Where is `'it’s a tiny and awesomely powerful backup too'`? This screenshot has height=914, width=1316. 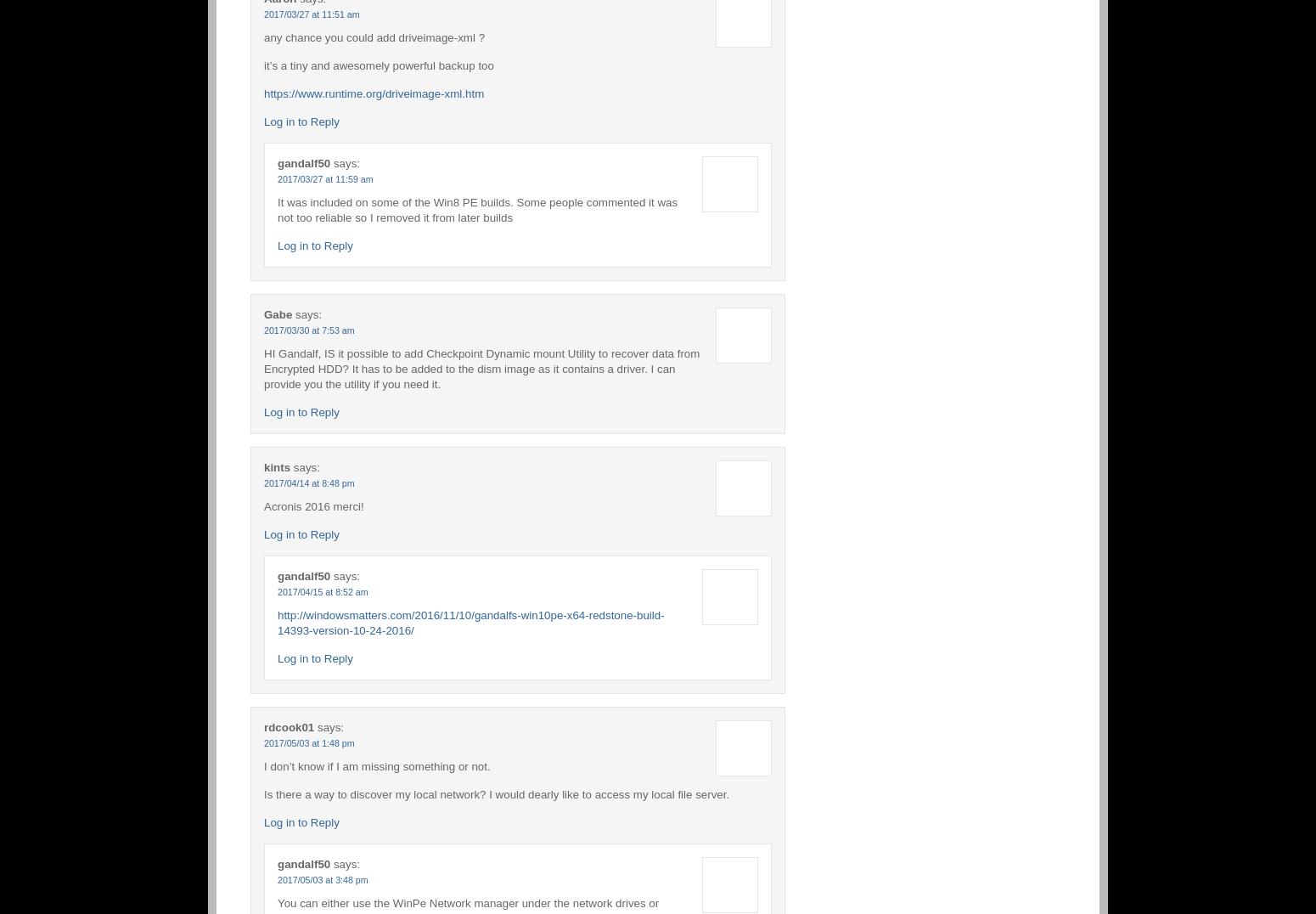
'it’s a tiny and awesomely powerful backup too' is located at coordinates (263, 65).